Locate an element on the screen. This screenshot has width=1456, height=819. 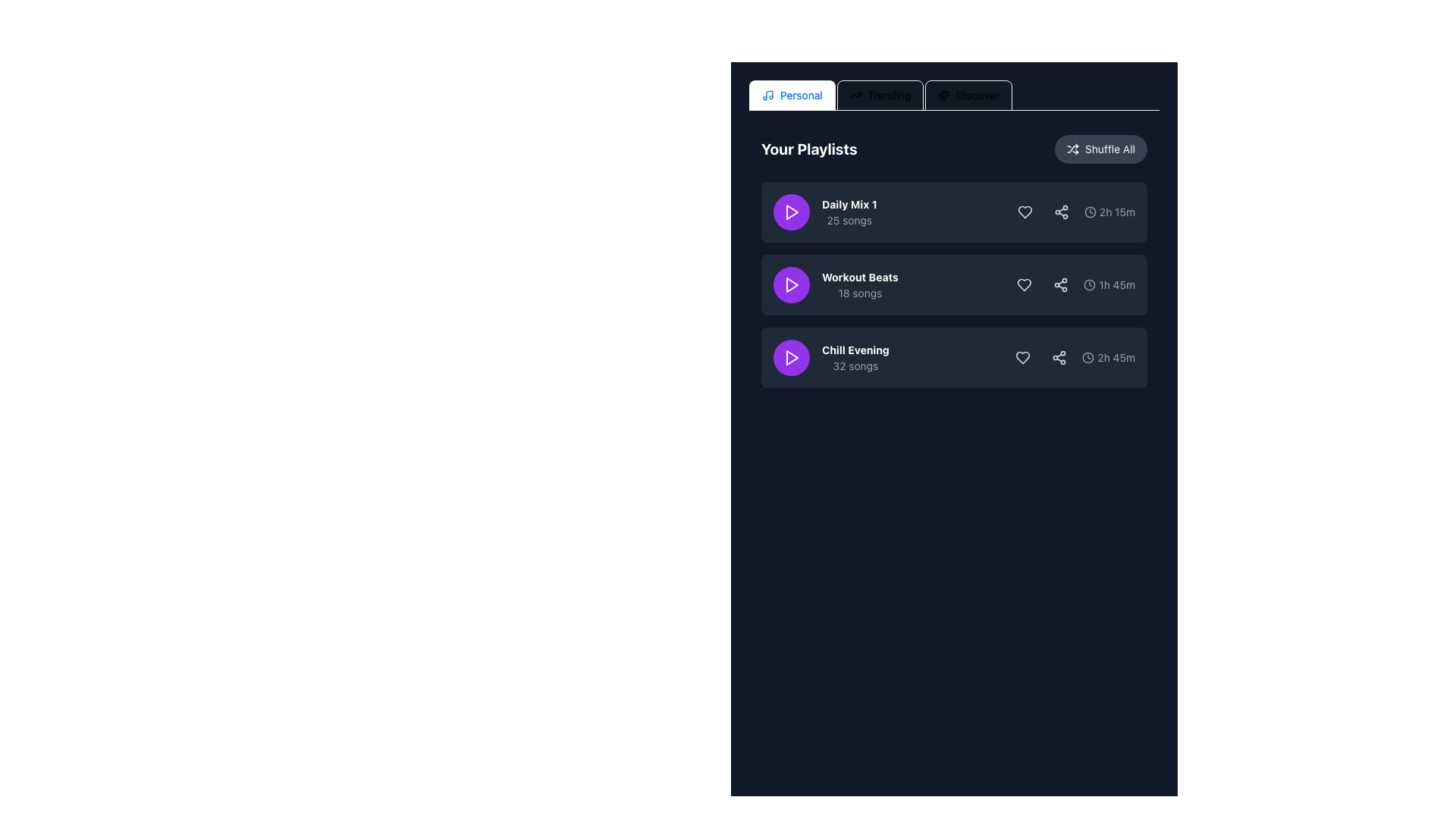
the 'Share' icon located to the left of the time duration indicator for the 'Chill Evening' playlist is located at coordinates (1059, 357).